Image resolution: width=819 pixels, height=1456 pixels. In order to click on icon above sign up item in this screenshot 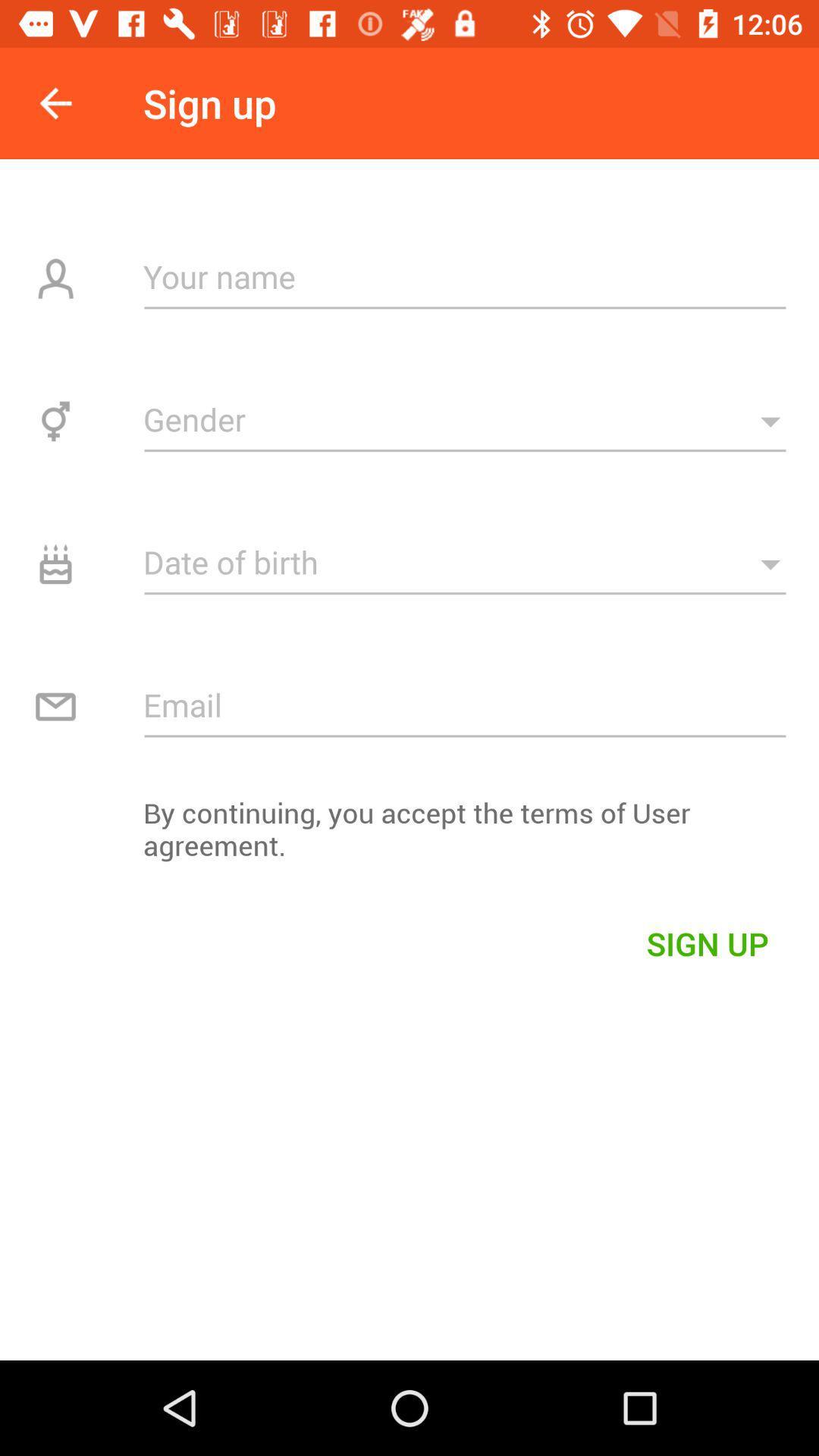, I will do `click(409, 836)`.